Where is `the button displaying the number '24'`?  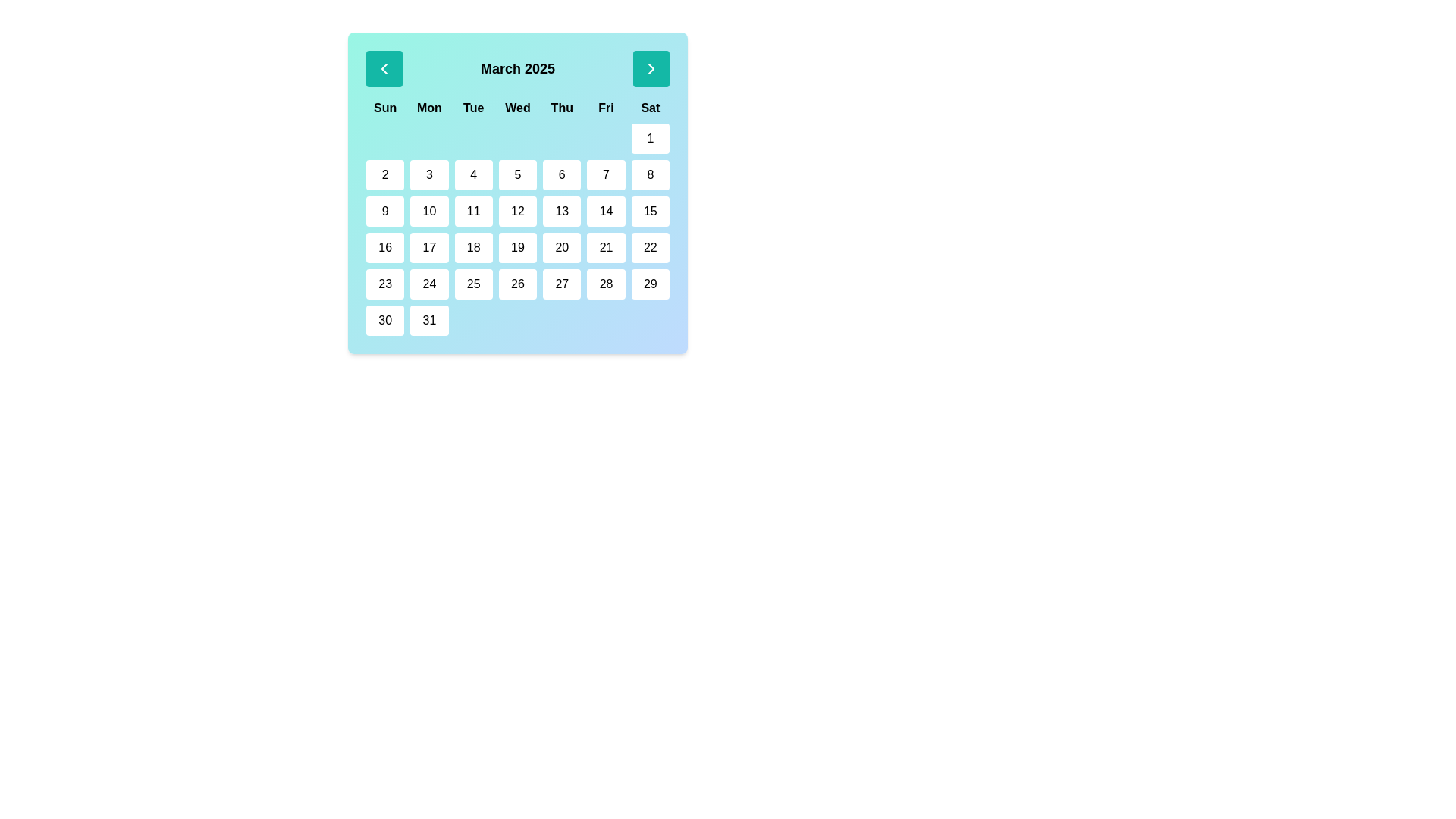
the button displaying the number '24' is located at coordinates (428, 284).